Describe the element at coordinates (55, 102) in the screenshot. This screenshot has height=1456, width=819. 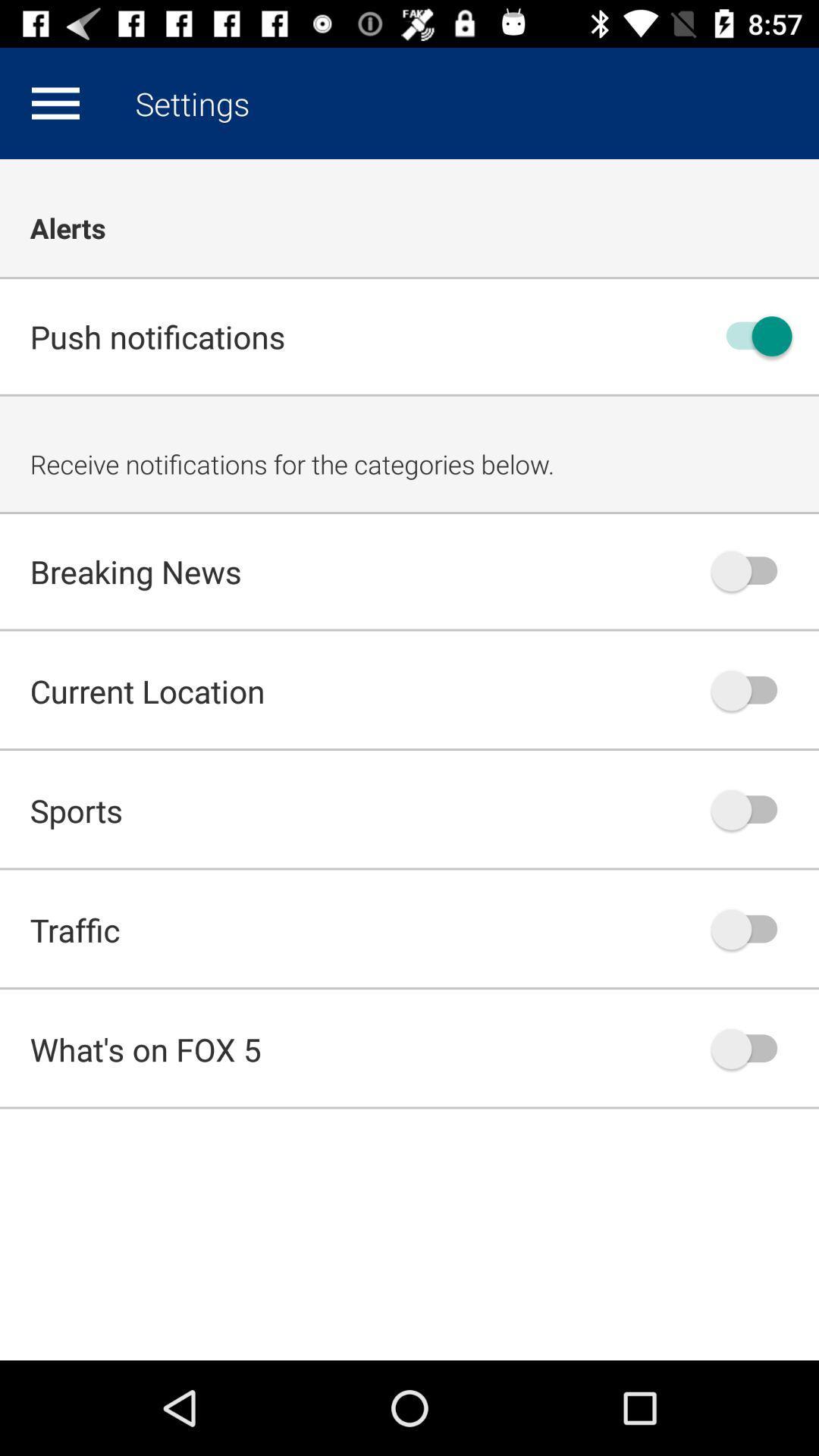
I see `settings on the fox 5 app` at that location.